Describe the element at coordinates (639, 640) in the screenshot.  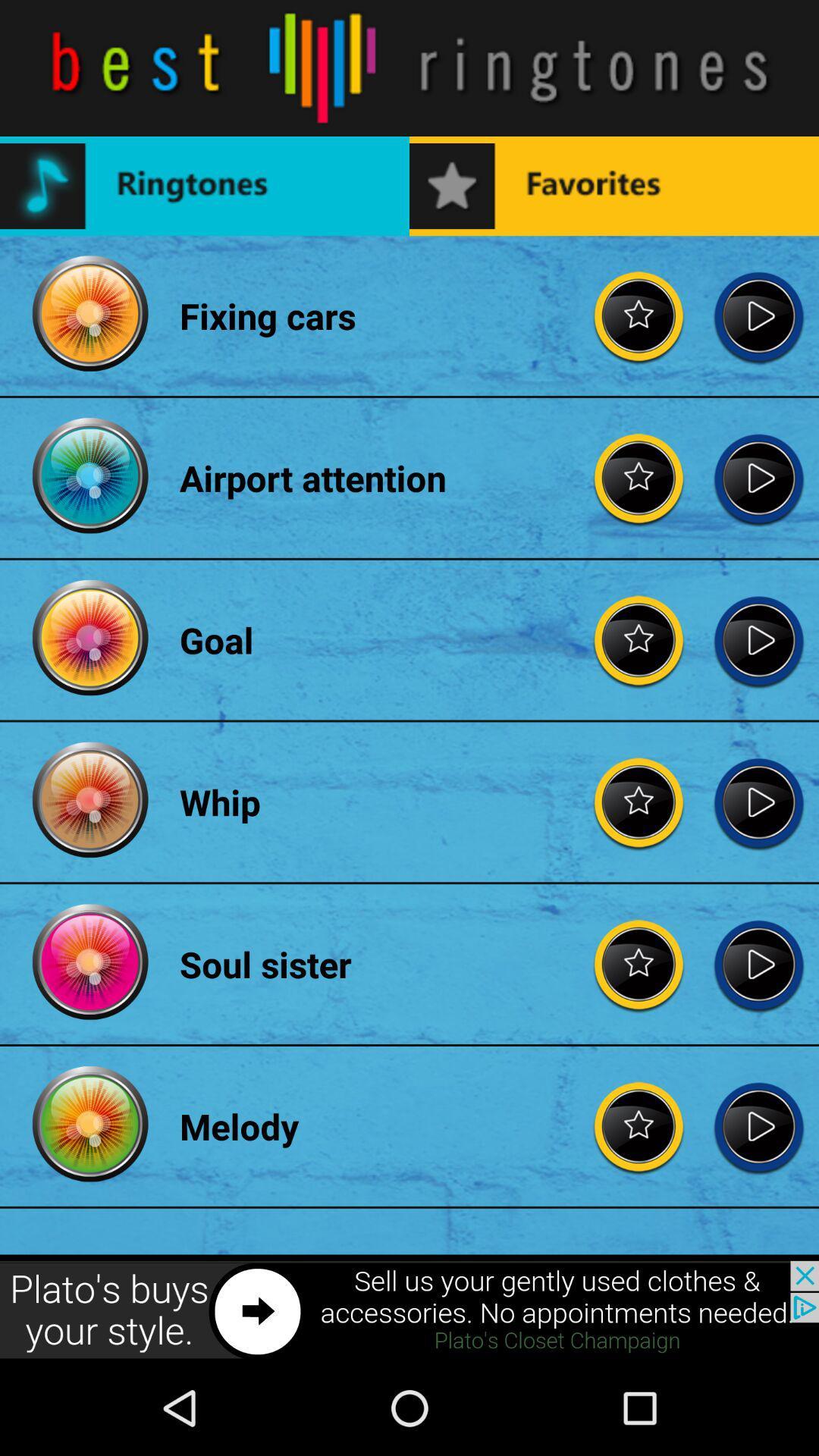
I see `giving rating to song` at that location.